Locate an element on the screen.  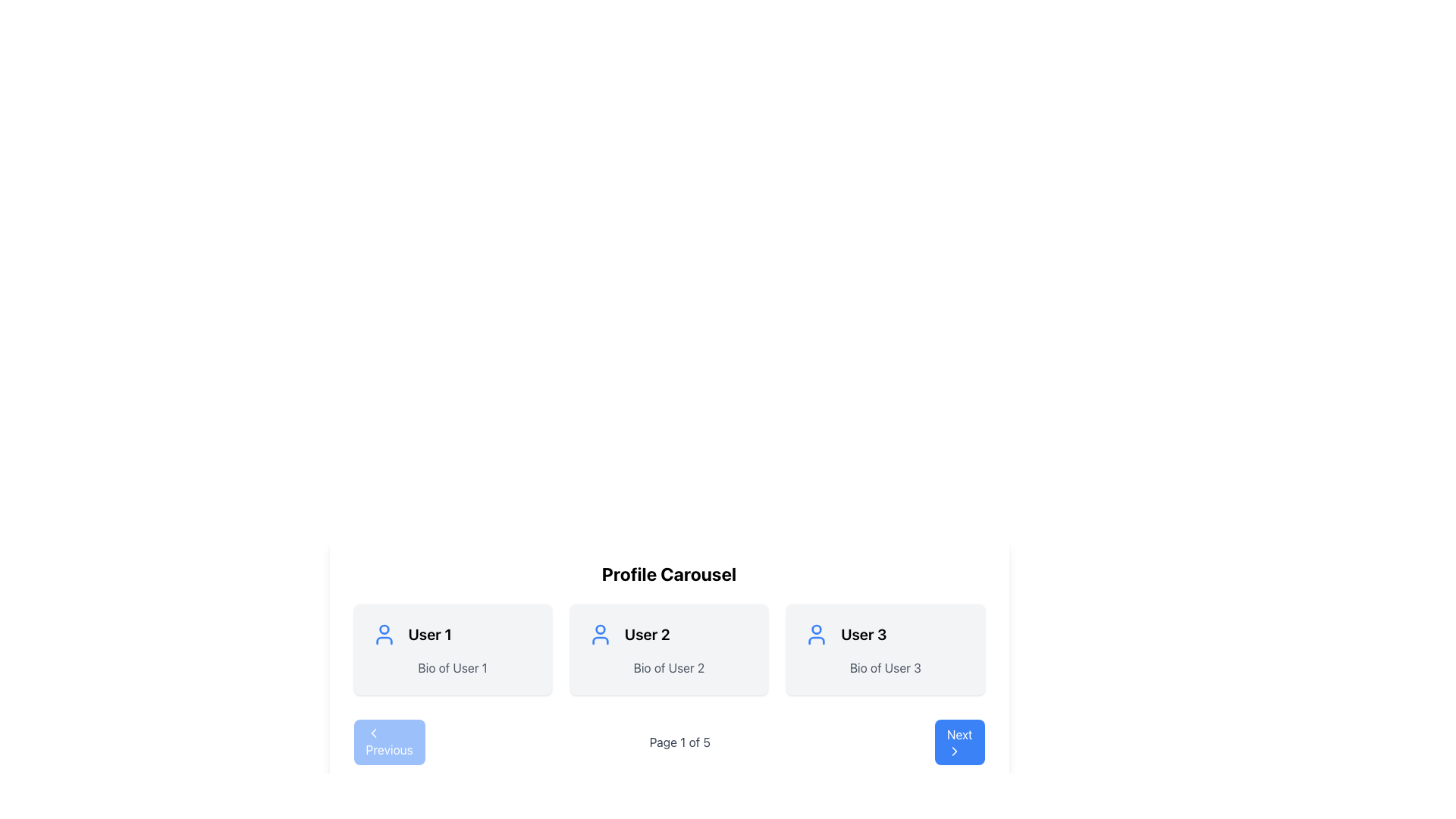
the user profile card displaying the user's name and biography, which is the middle card in a horizontal grid of three cards is located at coordinates (668, 648).